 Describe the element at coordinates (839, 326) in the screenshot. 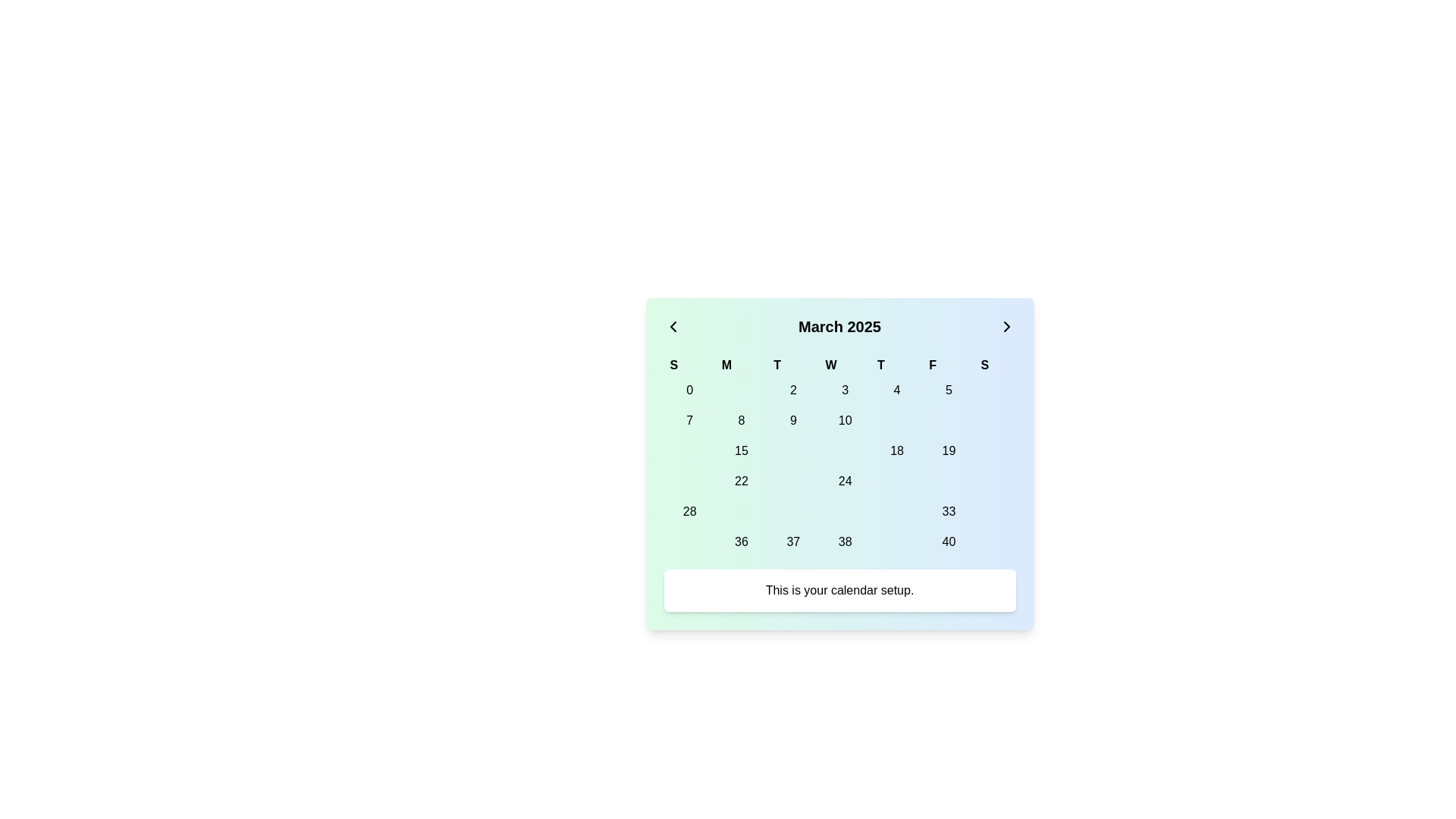

I see `text from the calendar title label which indicates the currently displayed month and year, centrally located in the calendar component's header` at that location.